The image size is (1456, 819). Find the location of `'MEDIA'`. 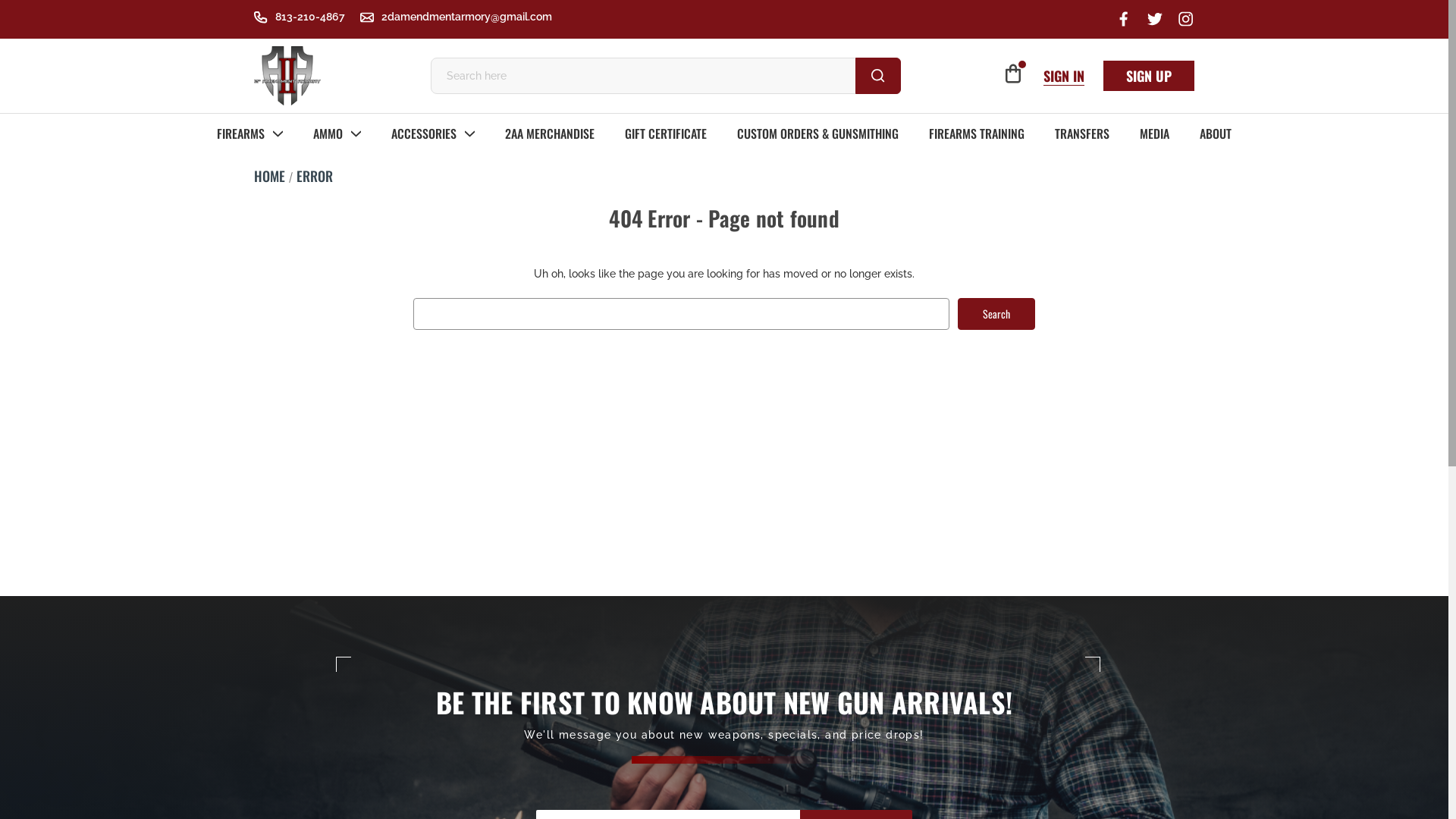

'MEDIA' is located at coordinates (1153, 133).